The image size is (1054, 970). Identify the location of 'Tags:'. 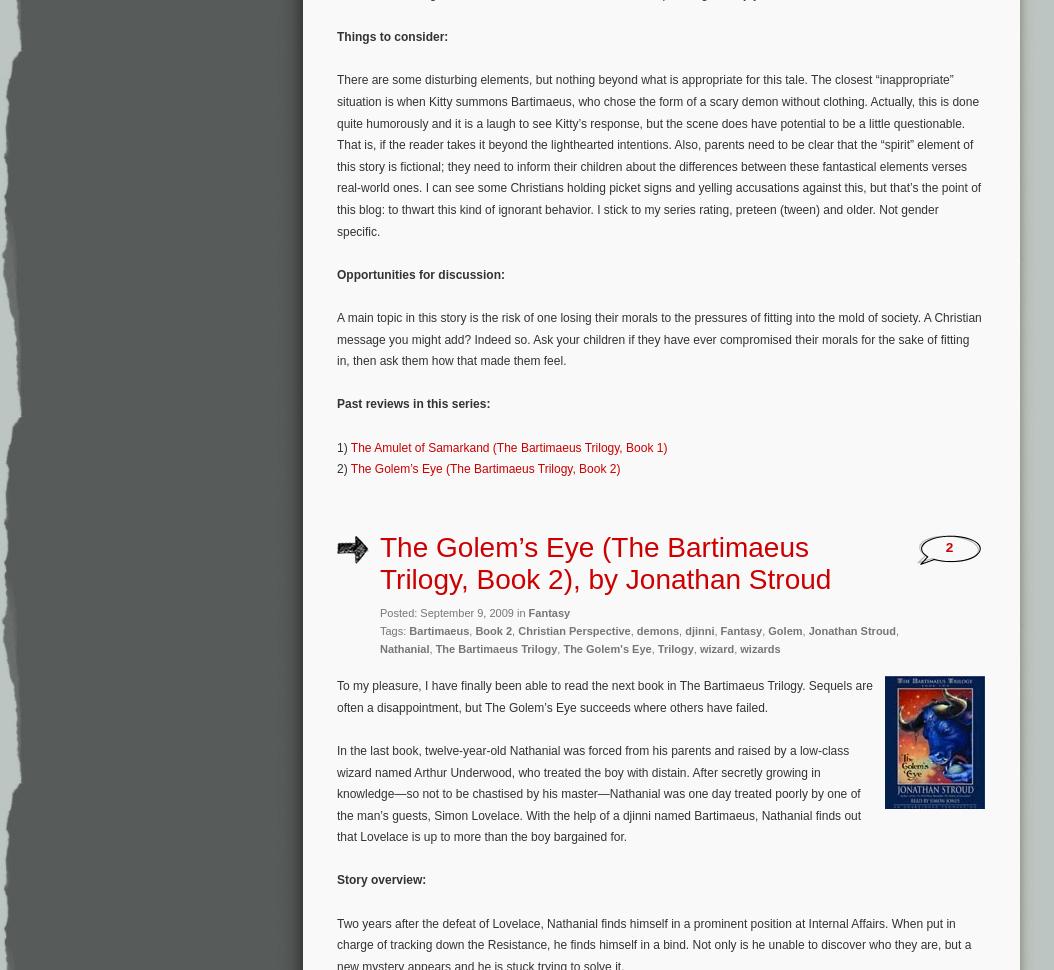
(393, 630).